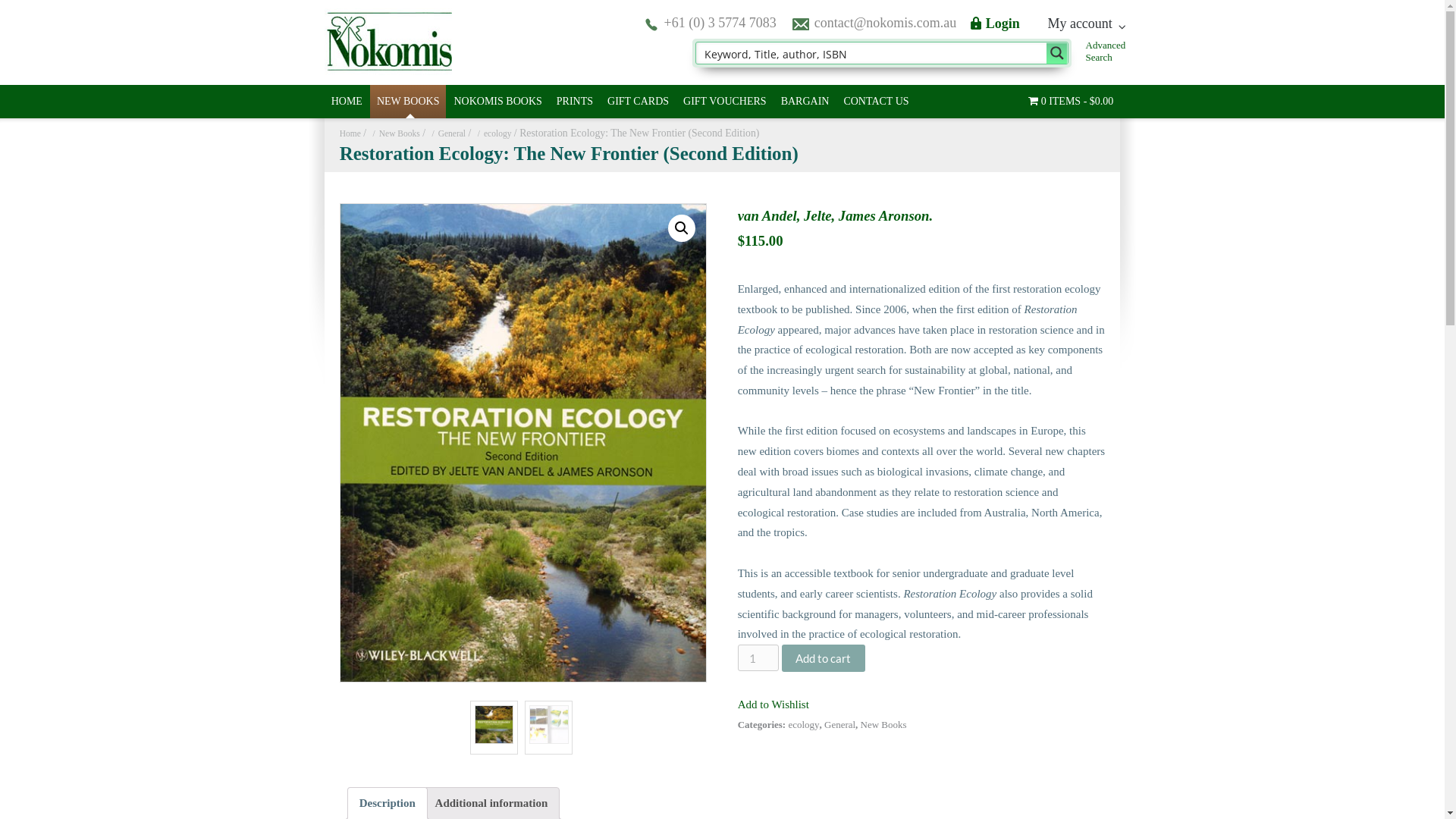 The image size is (1456, 819). I want to click on 'GIFT VOUCHERS', so click(723, 102).